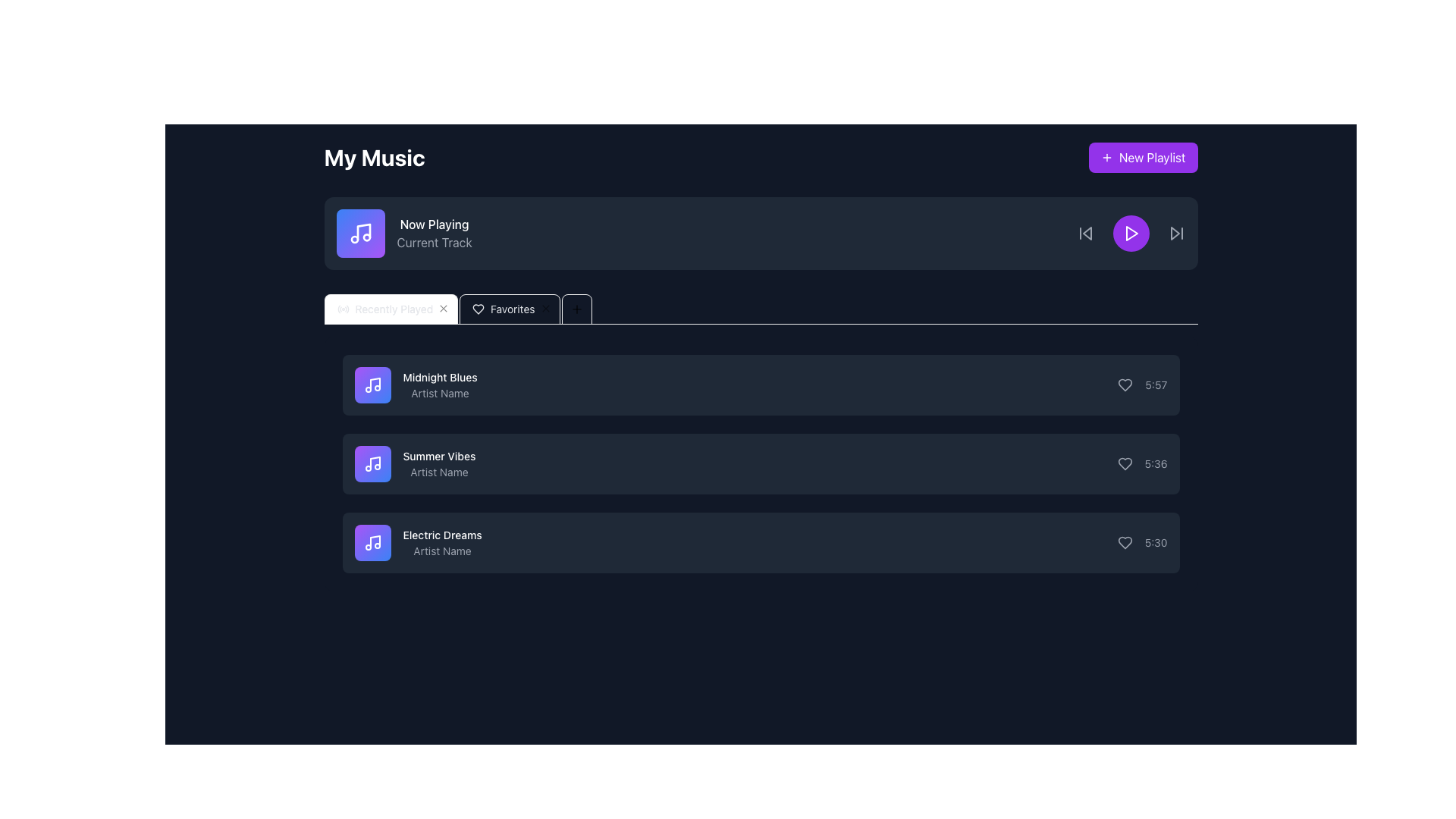 This screenshot has width=1456, height=819. What do you see at coordinates (441, 534) in the screenshot?
I see `the Text Label displaying the title for the music item, which indicates the name of the song or playlist, specifically 'Electric Dreams' located within the third item of the vertically-arranged music list` at bounding box center [441, 534].